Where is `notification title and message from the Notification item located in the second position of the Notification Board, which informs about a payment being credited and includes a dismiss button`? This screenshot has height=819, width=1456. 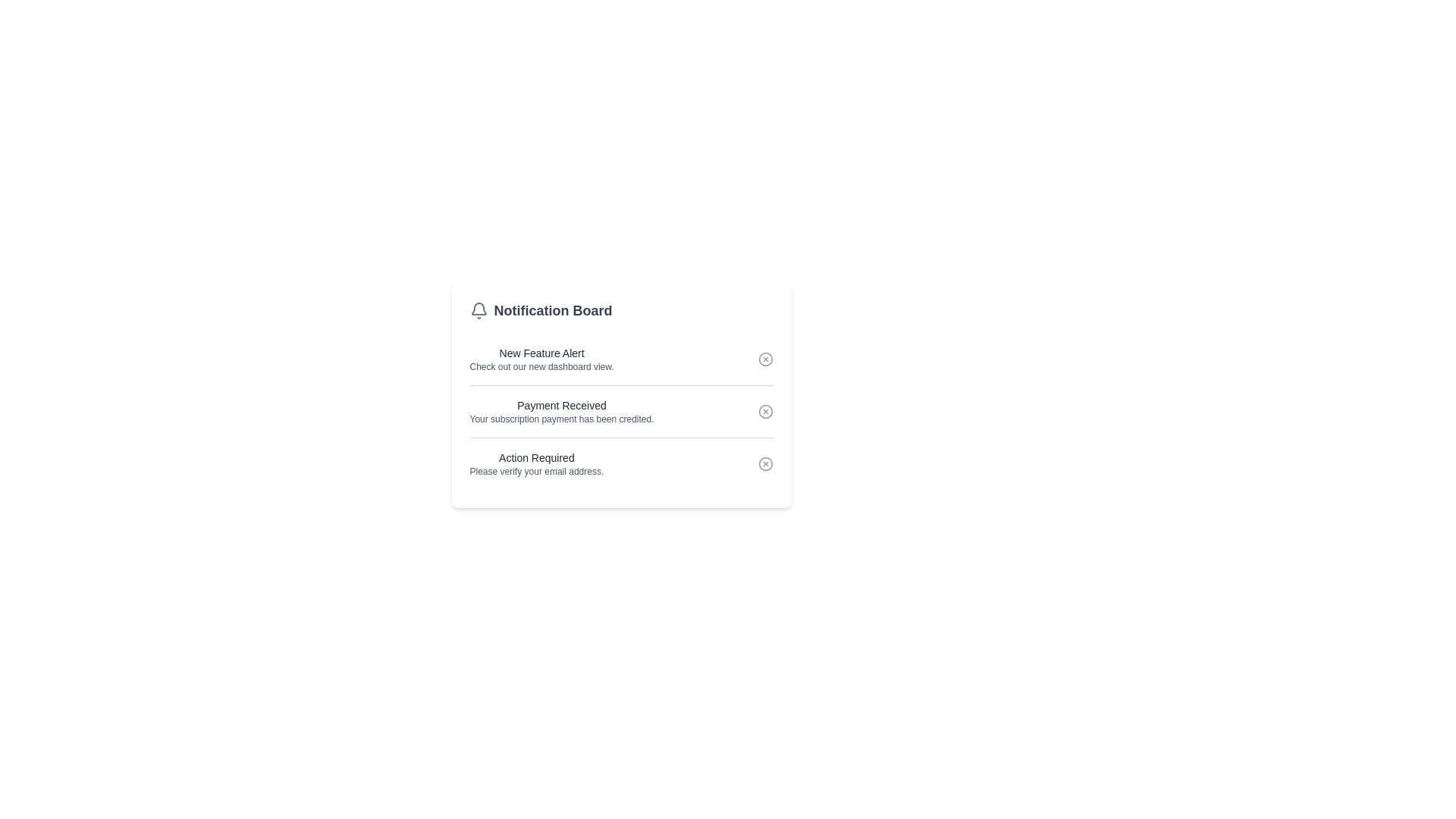
notification title and message from the Notification item located in the second position of the Notification Board, which informs about a payment being credited and includes a dismiss button is located at coordinates (621, 411).